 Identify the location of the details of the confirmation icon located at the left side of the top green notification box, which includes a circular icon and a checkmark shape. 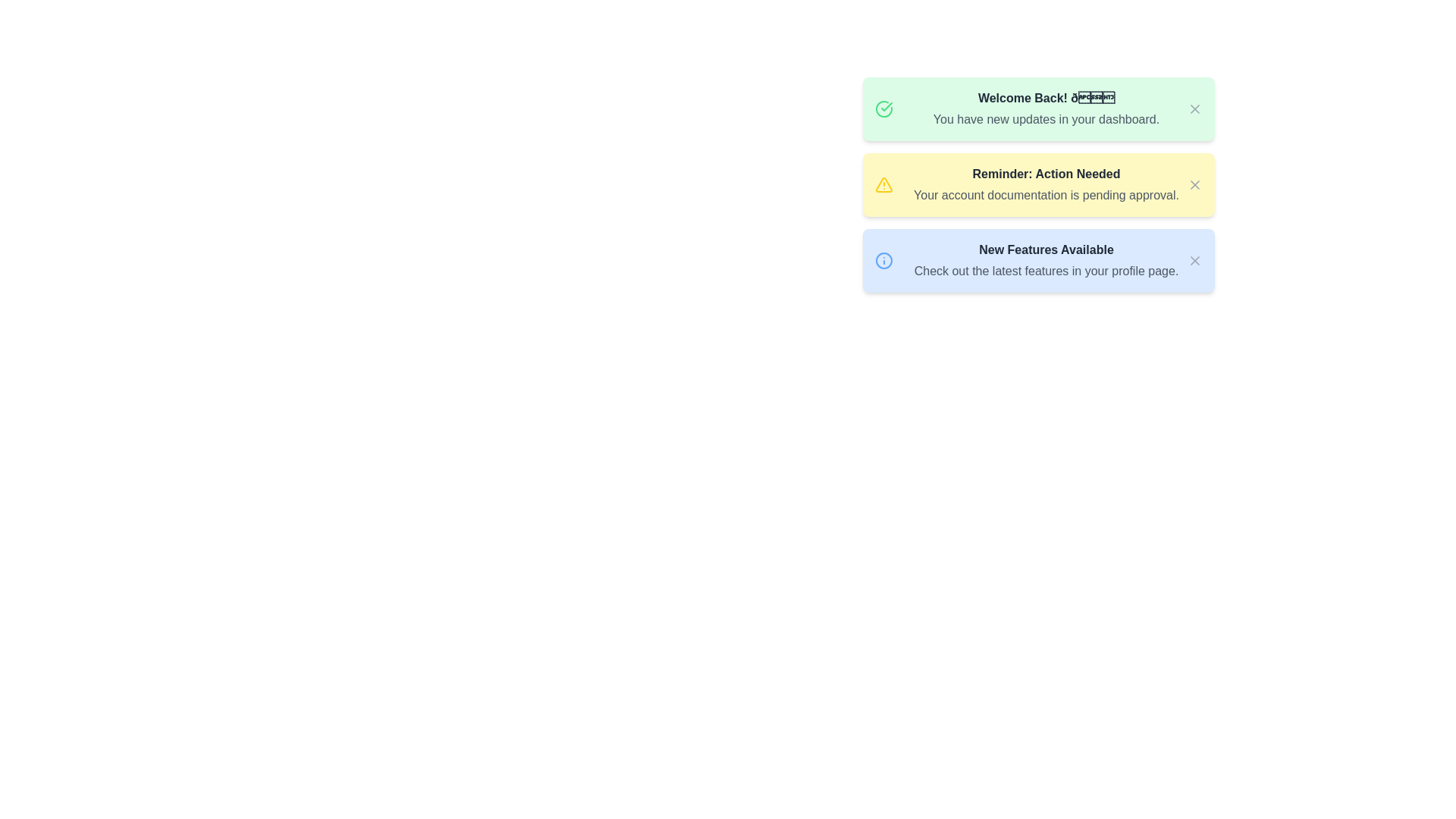
(884, 108).